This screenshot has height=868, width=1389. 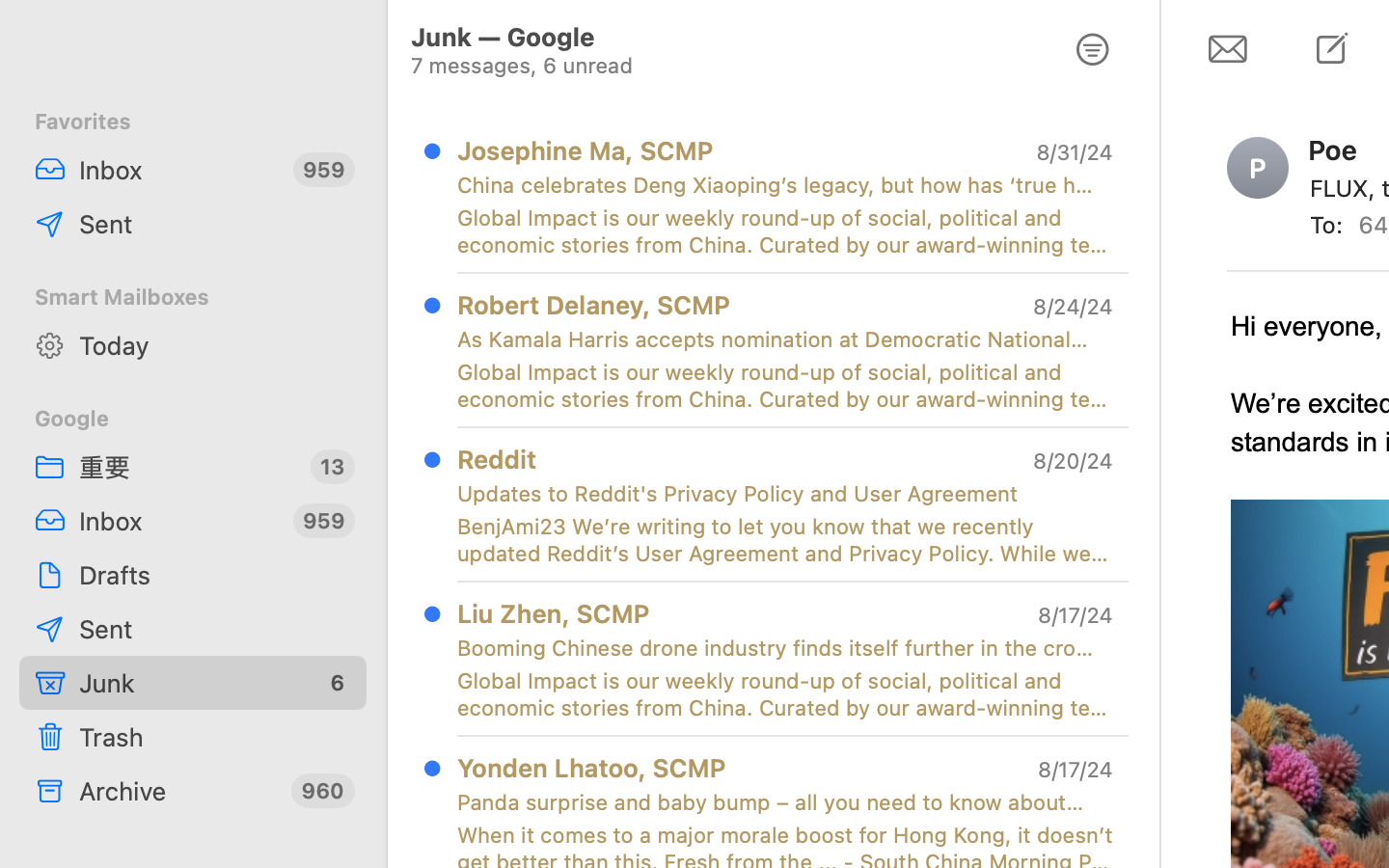 What do you see at coordinates (215, 736) in the screenshot?
I see `'Trash'` at bounding box center [215, 736].